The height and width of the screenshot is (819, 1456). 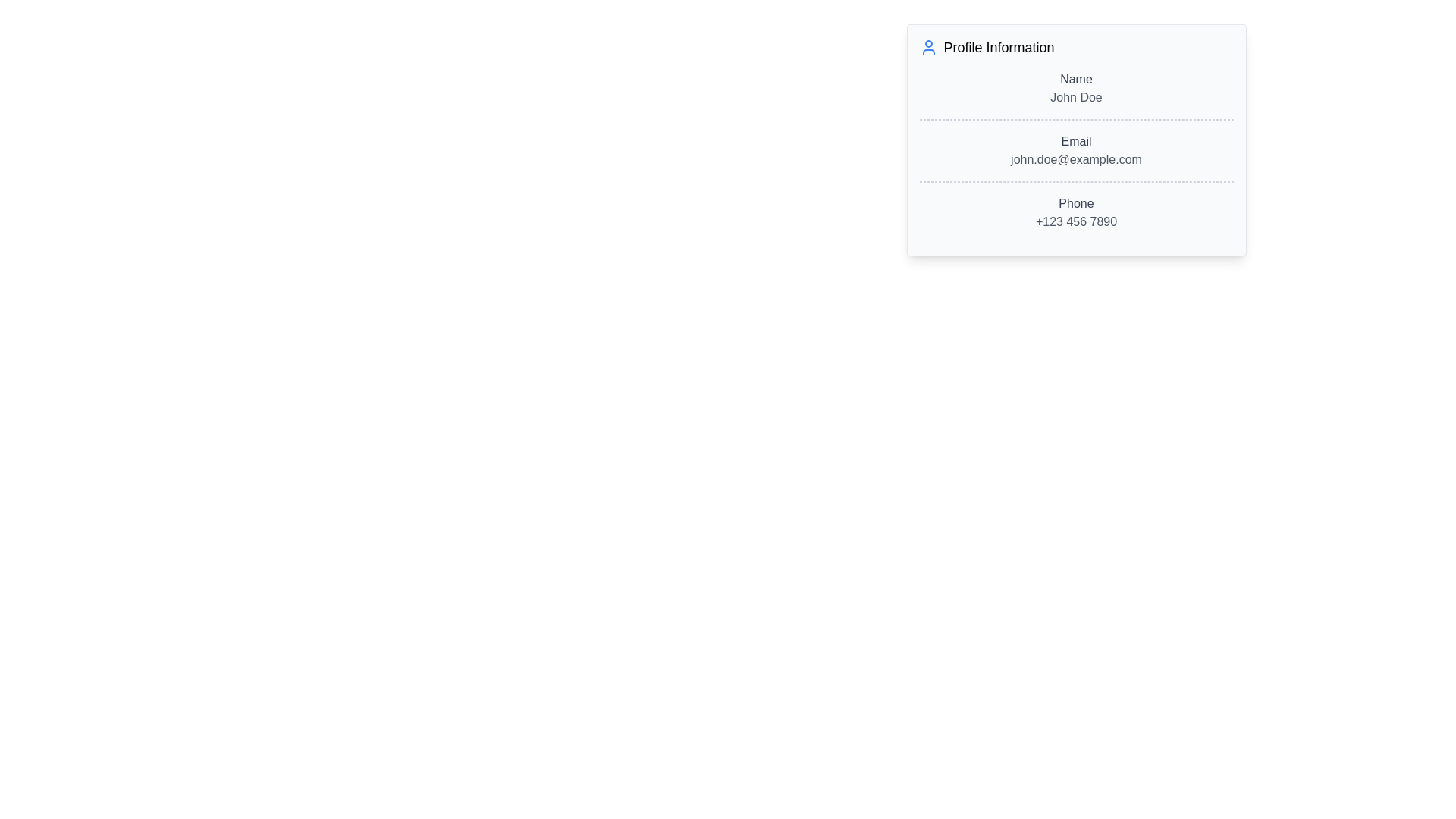 What do you see at coordinates (1075, 213) in the screenshot?
I see `the 'Phone' text display component, which is located in the 'Profile Information' block and shows the phone number '+123 456 7890'` at bounding box center [1075, 213].